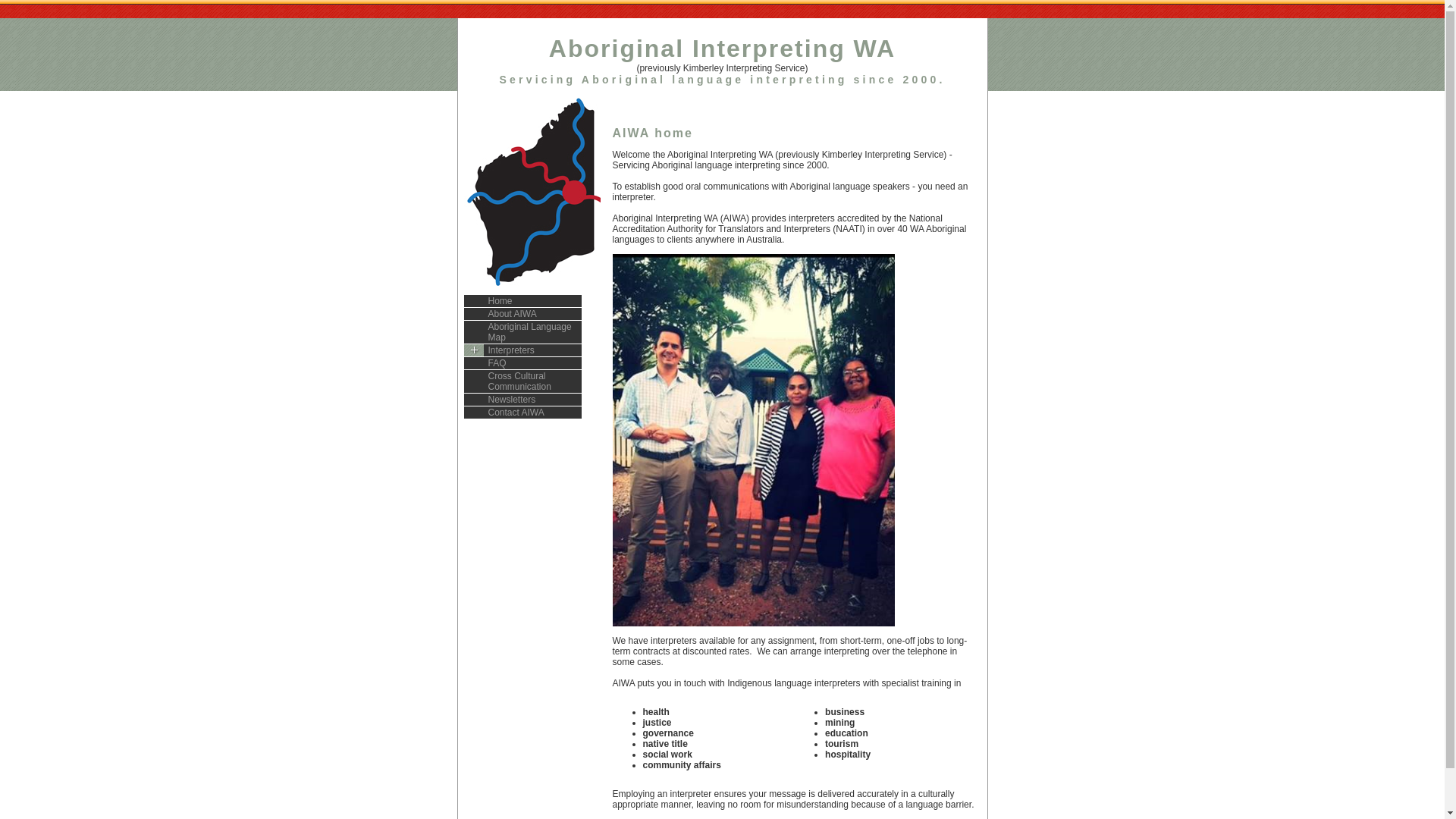 Image resolution: width=1456 pixels, height=819 pixels. Describe the element at coordinates (522, 350) in the screenshot. I see `'Interpreters'` at that location.